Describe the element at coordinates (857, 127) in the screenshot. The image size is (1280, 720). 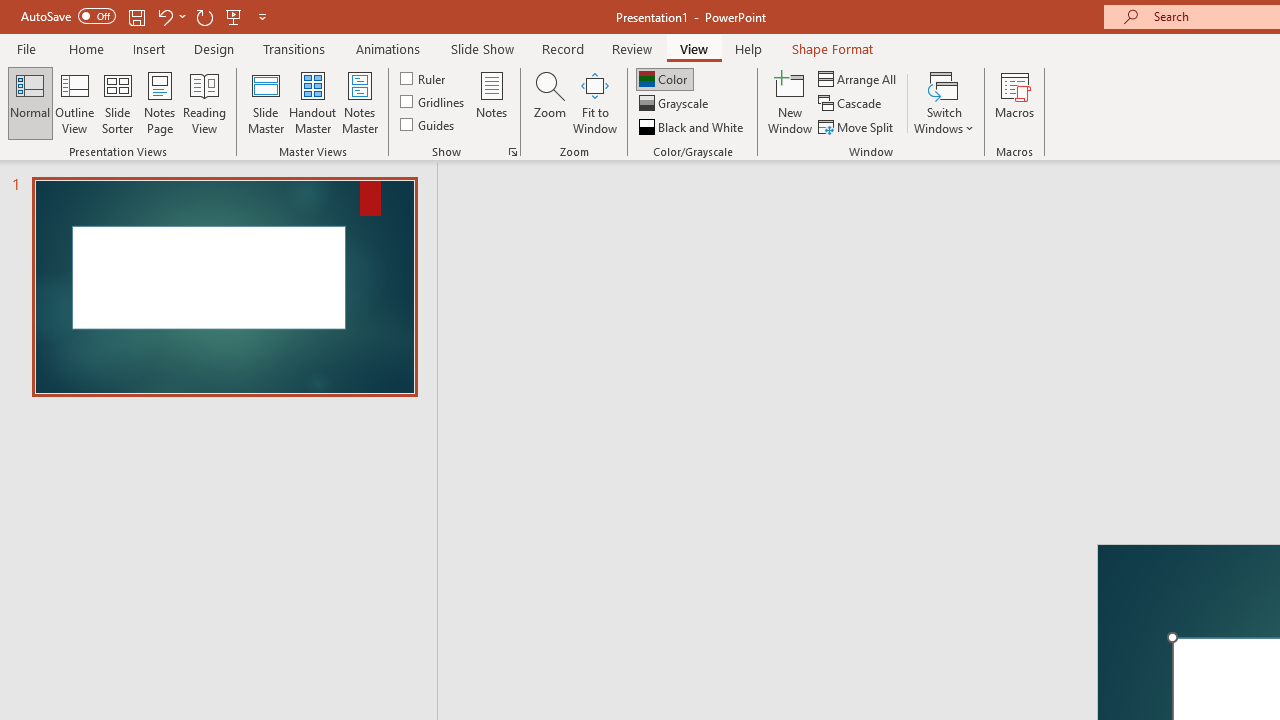
I see `'Move Split'` at that location.